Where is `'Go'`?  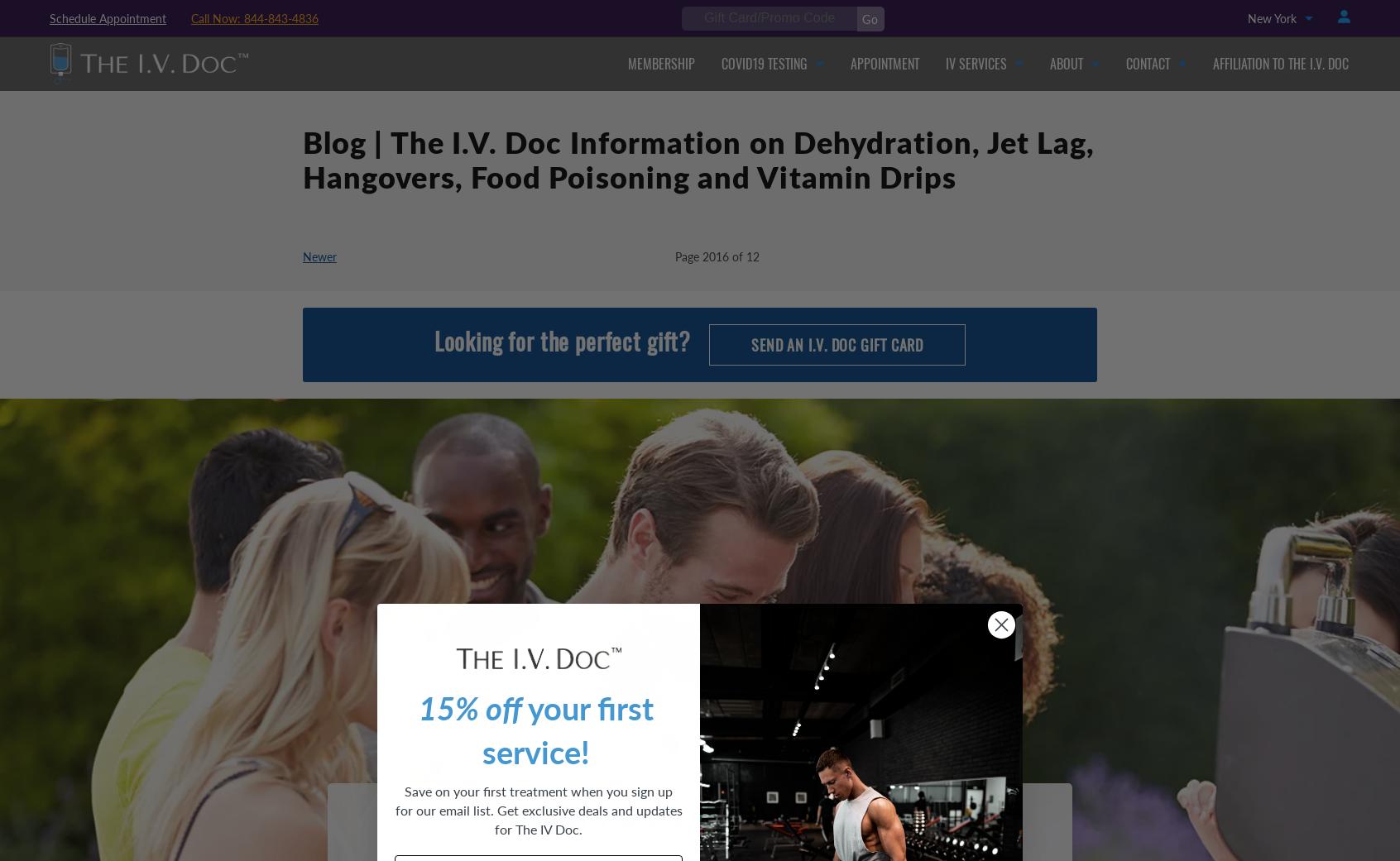
'Go' is located at coordinates (869, 18).